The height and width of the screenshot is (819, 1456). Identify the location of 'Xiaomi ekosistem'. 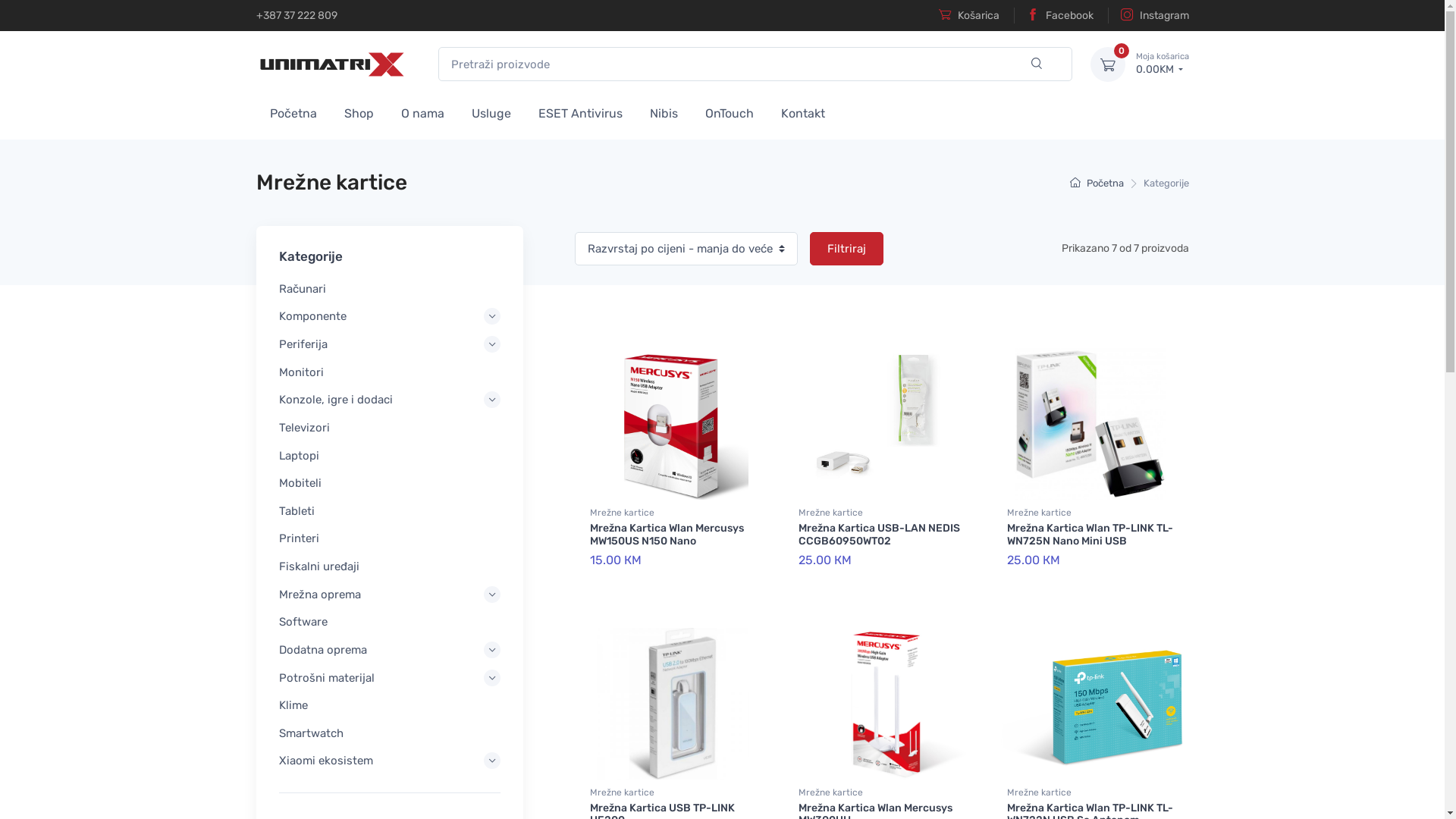
(389, 761).